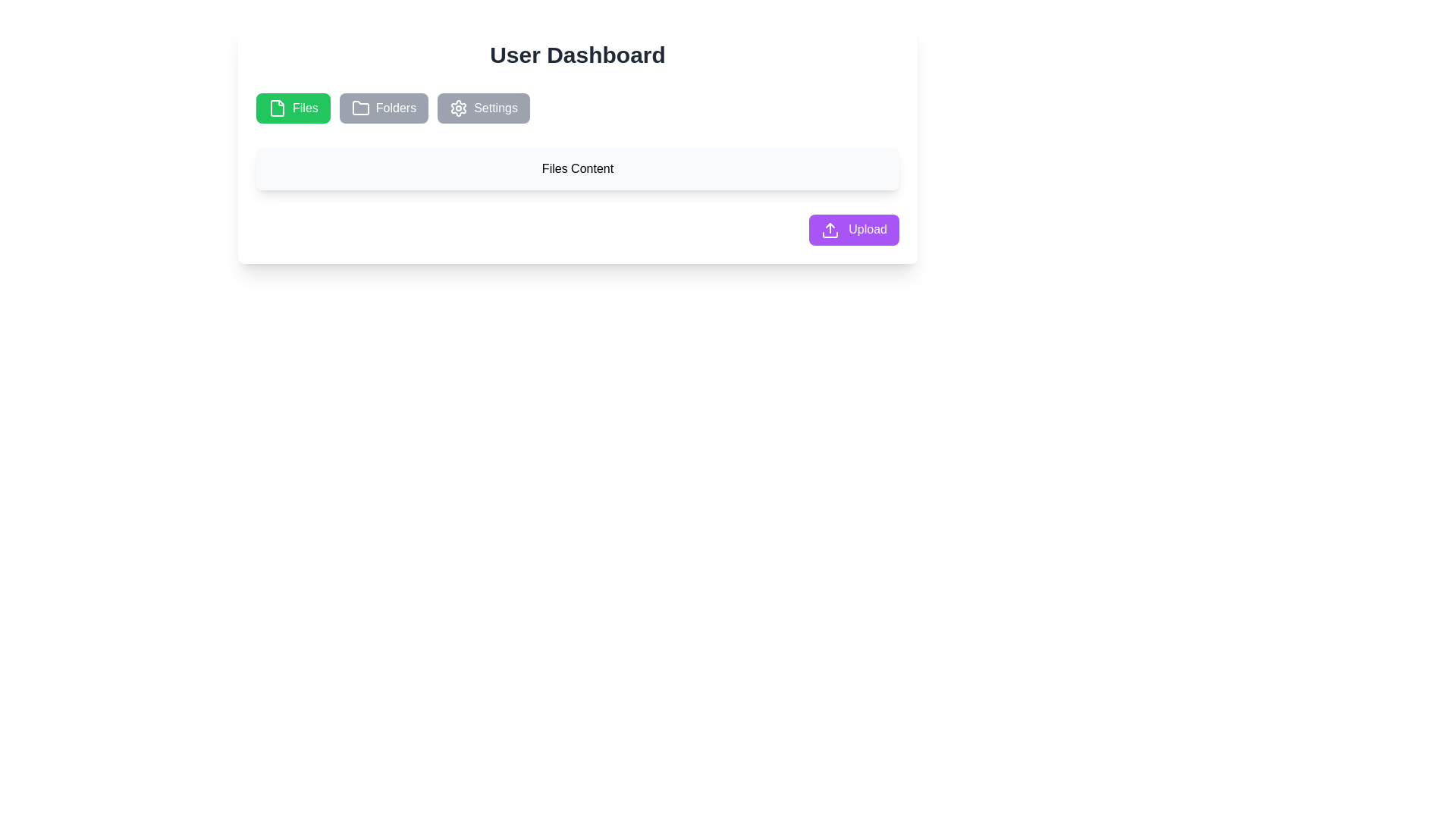 The image size is (1456, 819). Describe the element at coordinates (577, 169) in the screenshot. I see `the text label that identifies the content section in the User Dashboard, located below the toolbar with items 'Files', 'Folders', and 'Settings'` at that location.